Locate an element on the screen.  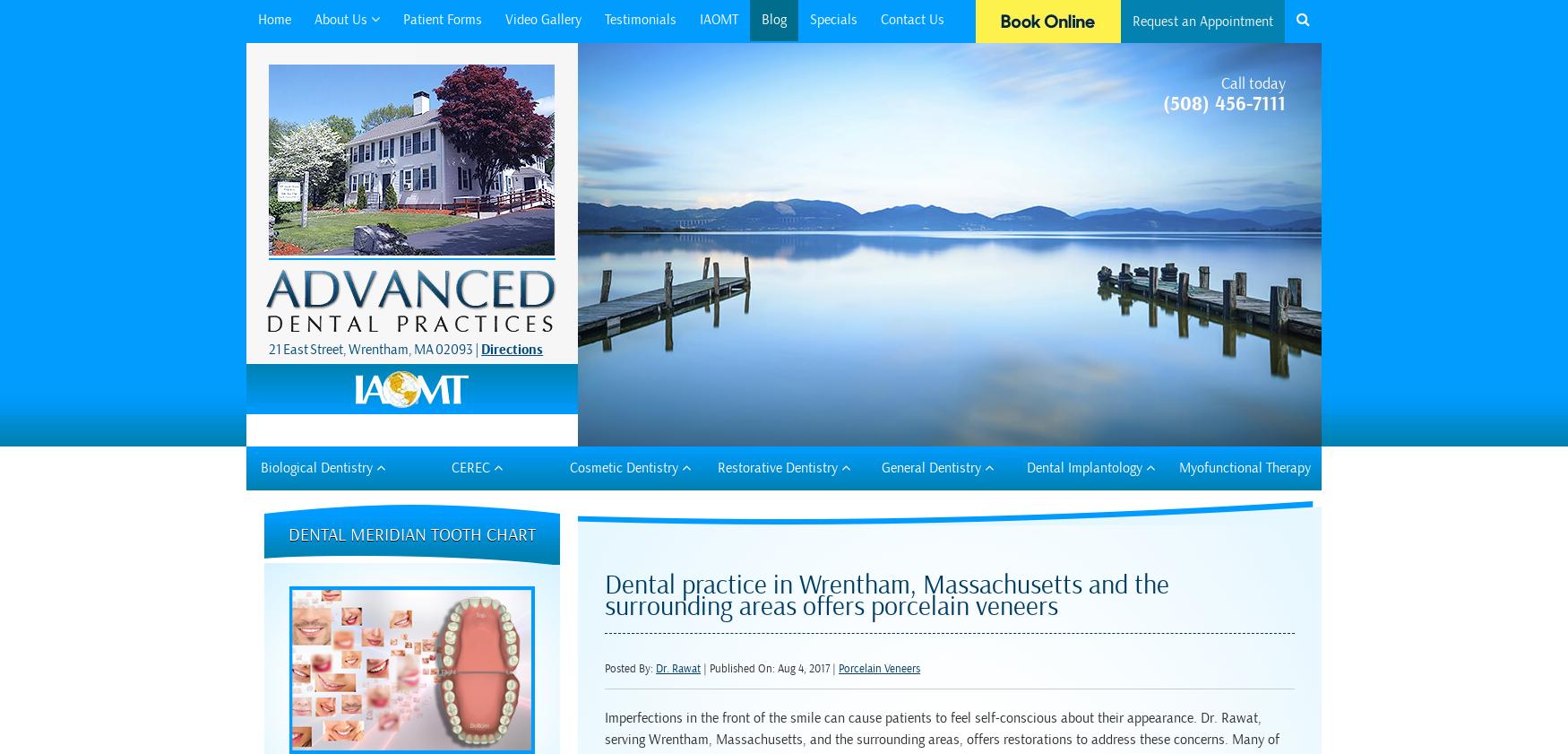
'Dental Implantology' is located at coordinates (1086, 466).